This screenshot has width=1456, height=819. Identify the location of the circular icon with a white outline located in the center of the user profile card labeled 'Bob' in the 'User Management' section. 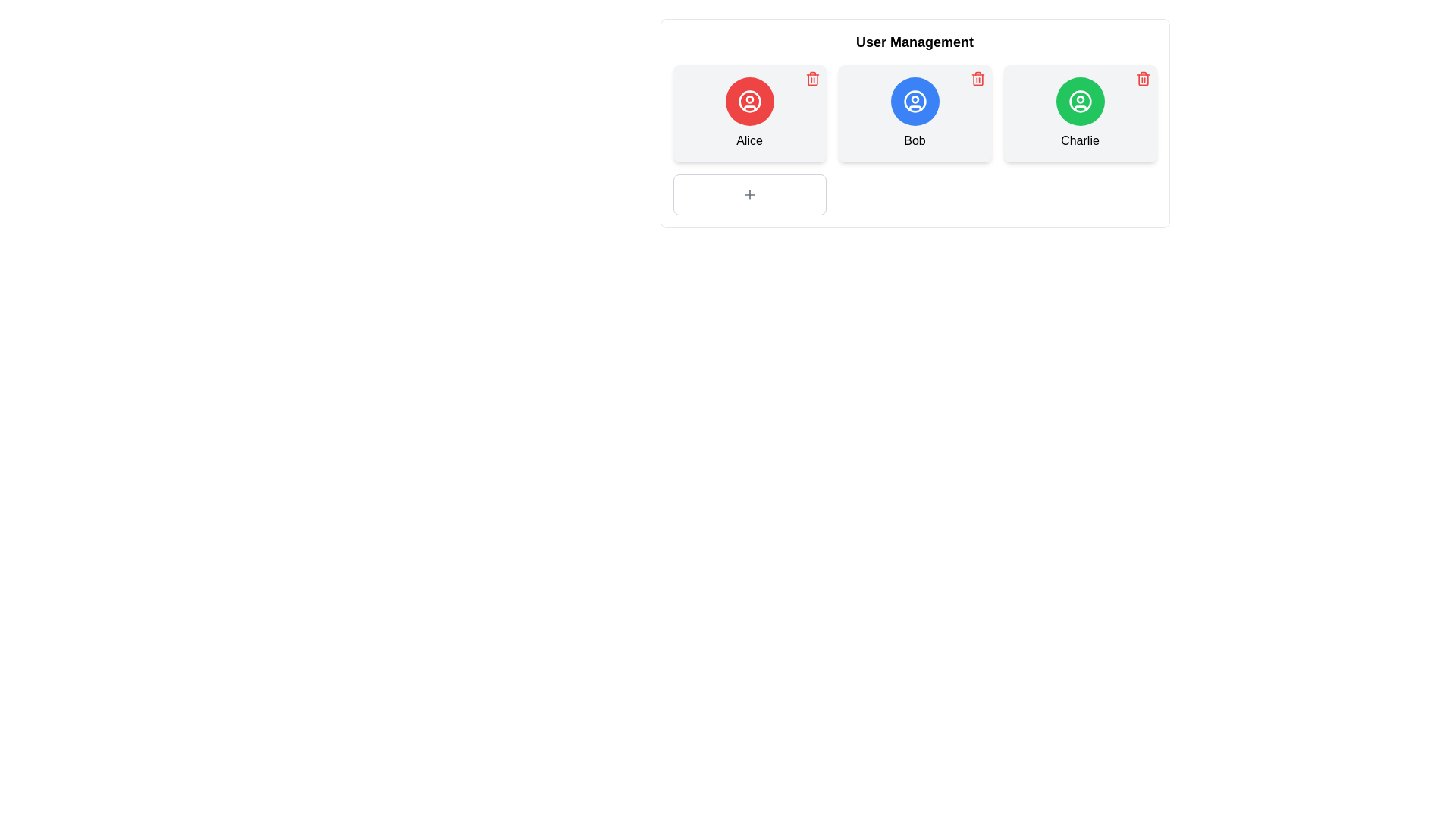
(914, 102).